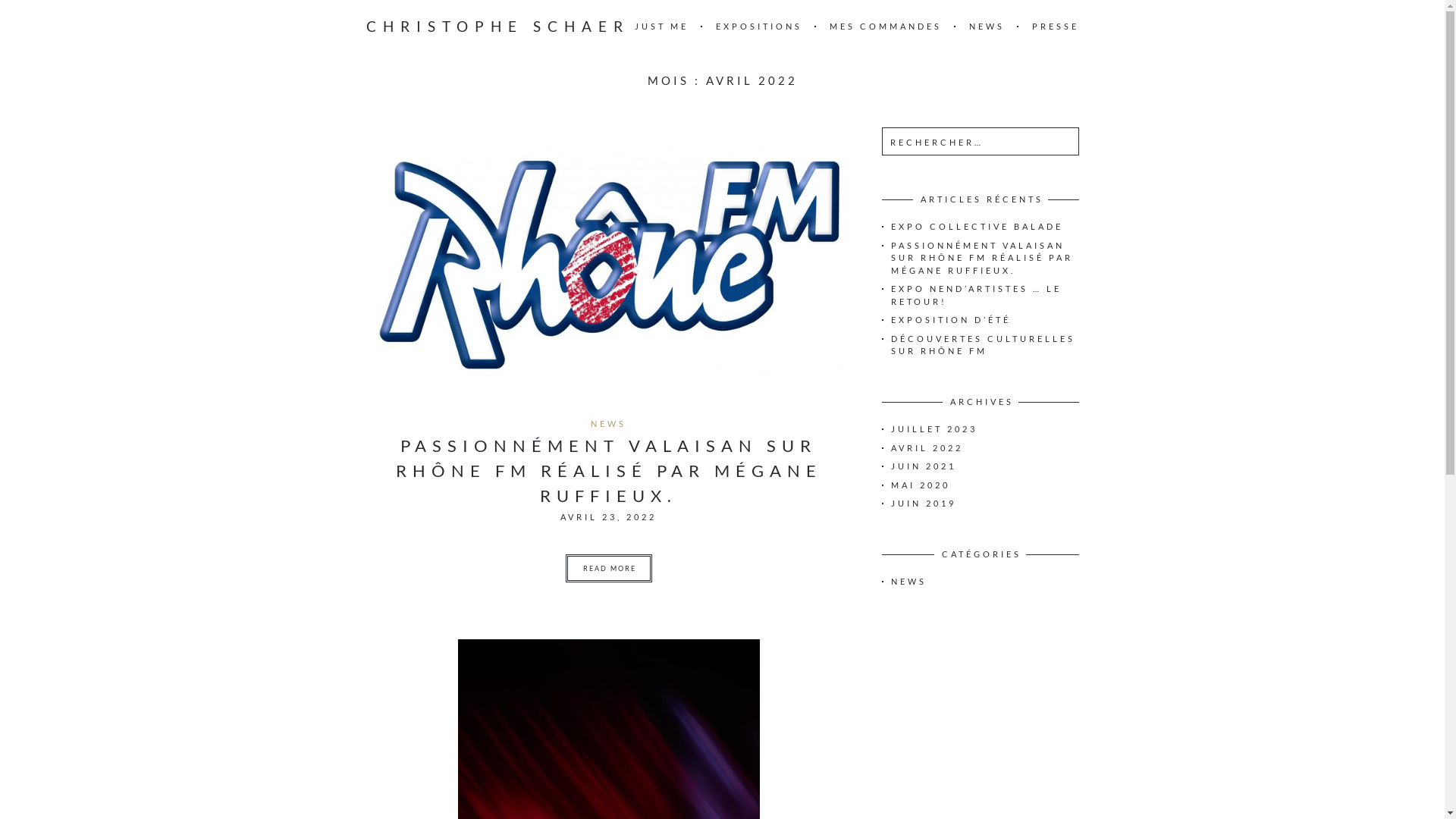 The image size is (1456, 819). I want to click on 'JUILLET 2023', so click(932, 428).